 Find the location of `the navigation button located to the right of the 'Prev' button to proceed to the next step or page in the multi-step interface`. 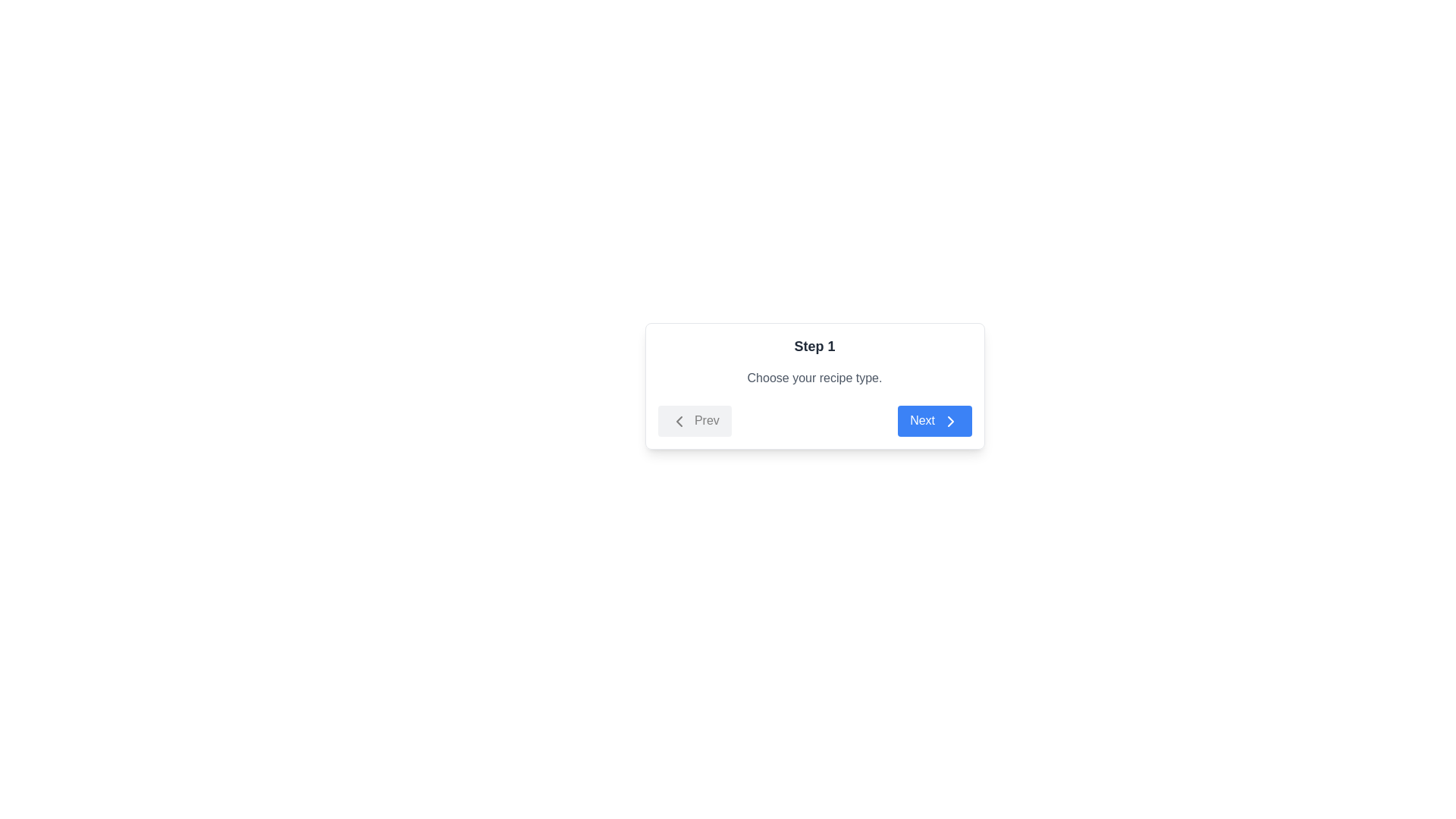

the navigation button located to the right of the 'Prev' button to proceed to the next step or page in the multi-step interface is located at coordinates (934, 421).